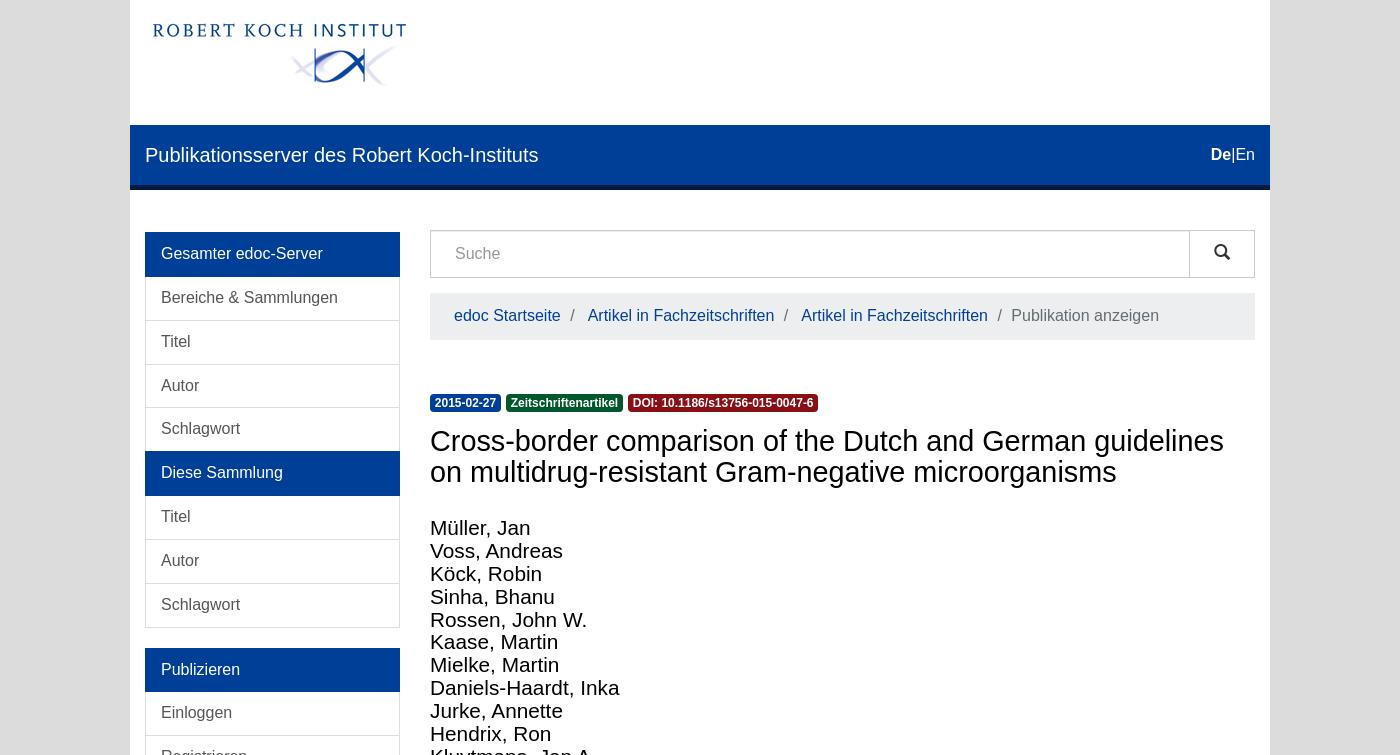 The width and height of the screenshot is (1400, 755). What do you see at coordinates (508, 617) in the screenshot?
I see `'Rossen, John W.'` at bounding box center [508, 617].